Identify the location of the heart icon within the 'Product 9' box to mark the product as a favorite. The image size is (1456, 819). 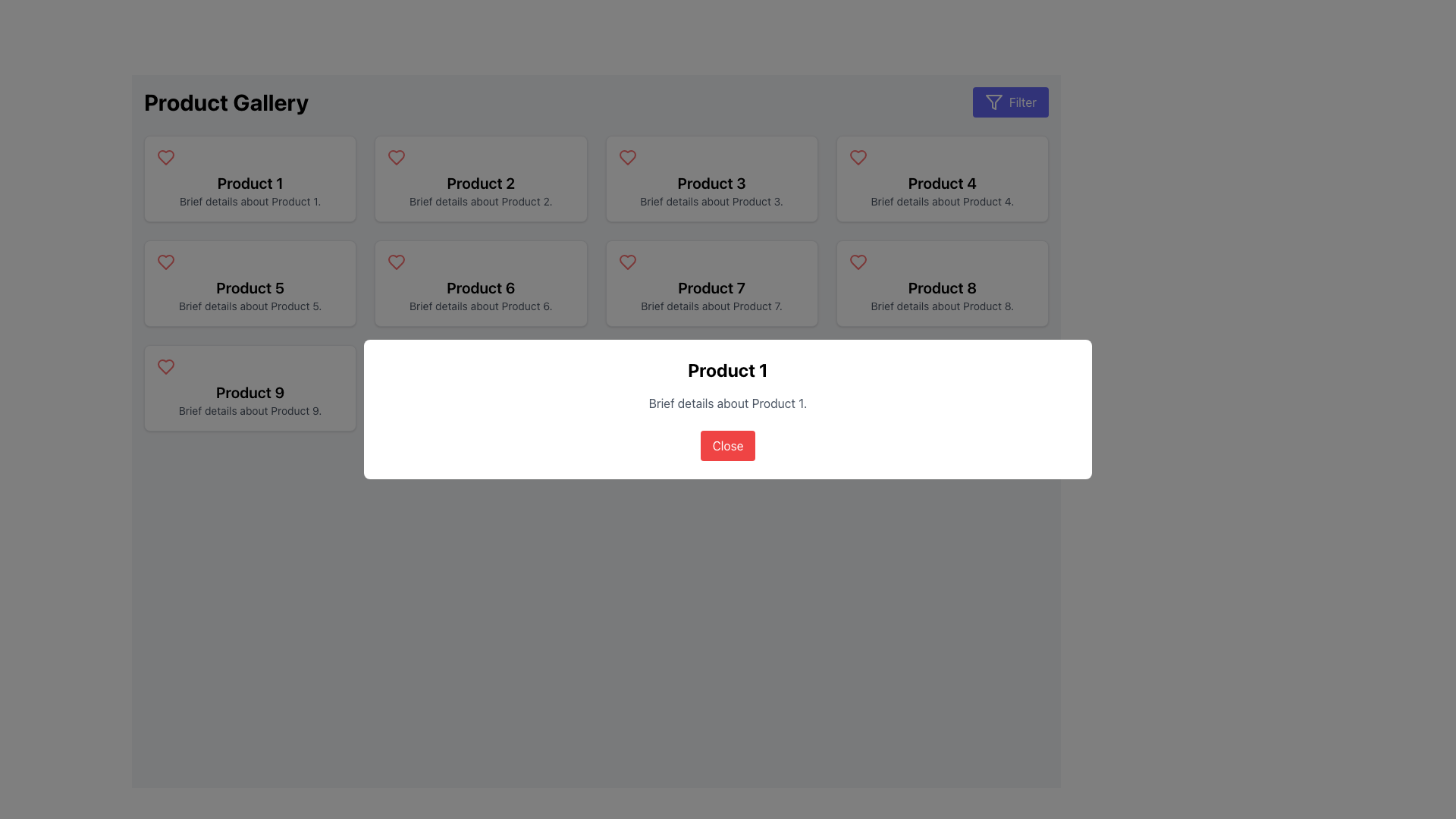
(166, 366).